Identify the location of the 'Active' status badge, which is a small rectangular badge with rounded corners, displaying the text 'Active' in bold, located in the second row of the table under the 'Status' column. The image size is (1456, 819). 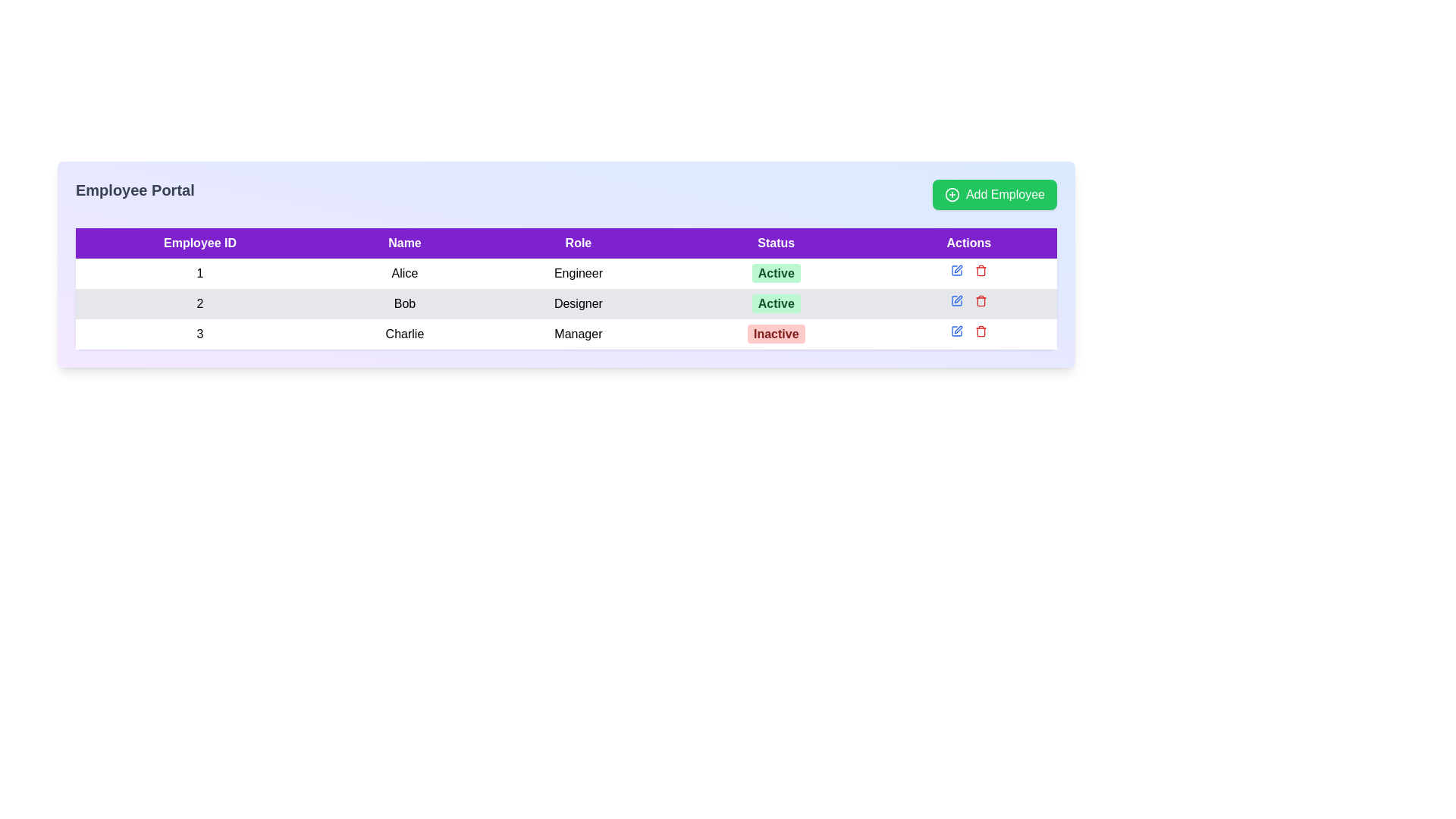
(776, 303).